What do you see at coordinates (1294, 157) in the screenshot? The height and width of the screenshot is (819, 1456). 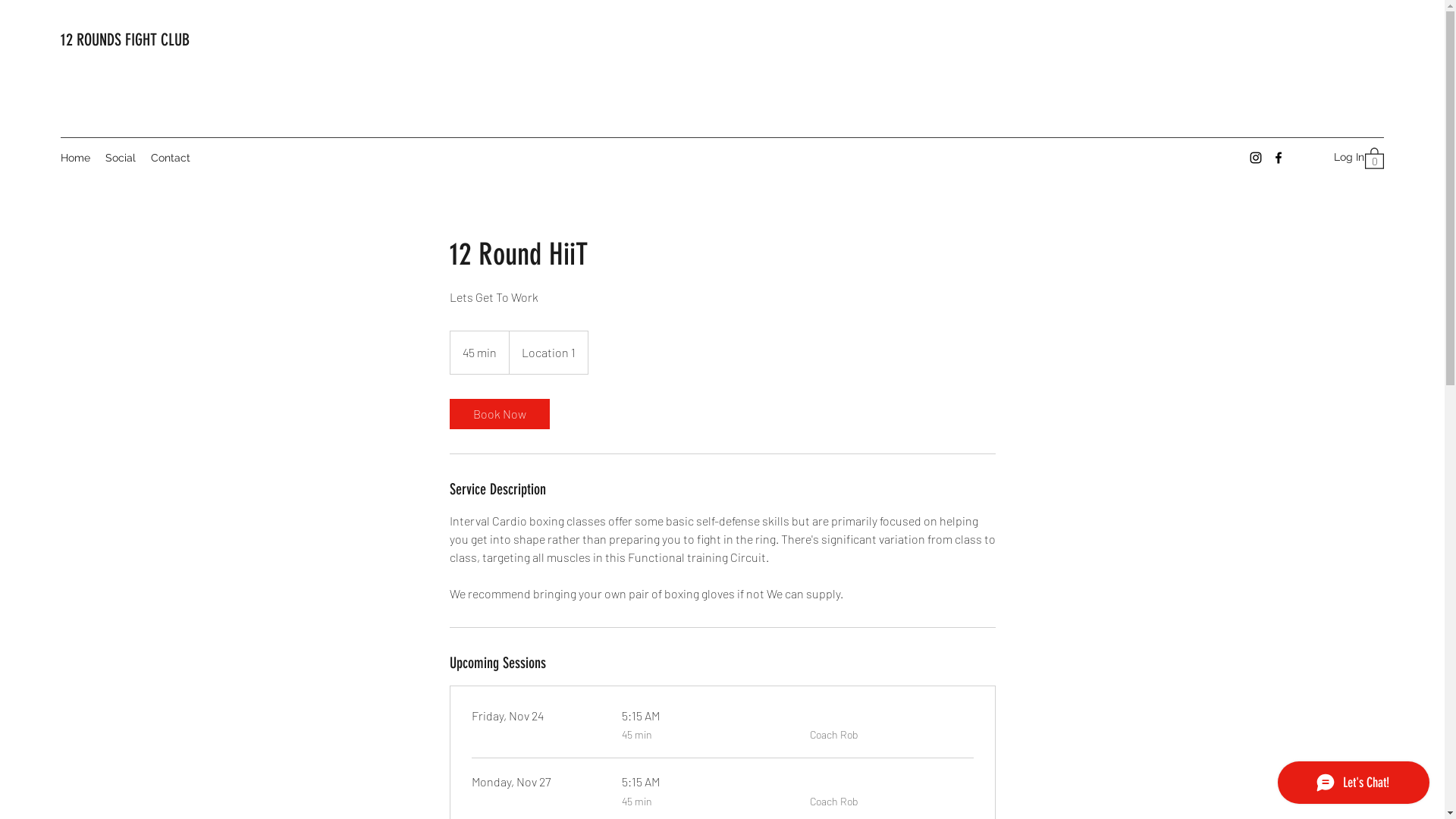 I see `'Log In'` at bounding box center [1294, 157].